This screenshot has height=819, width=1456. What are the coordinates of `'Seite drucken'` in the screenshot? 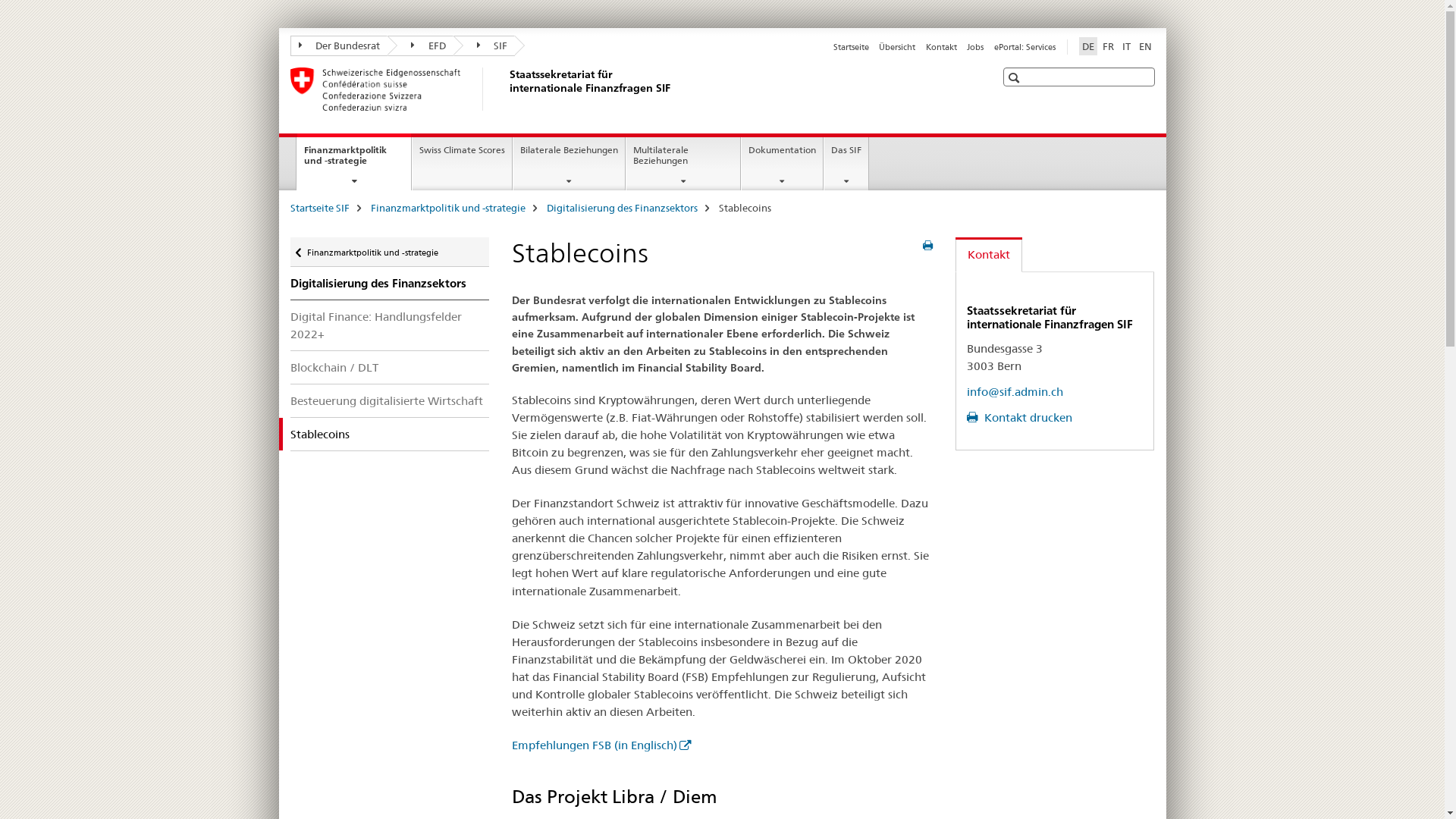 It's located at (927, 245).